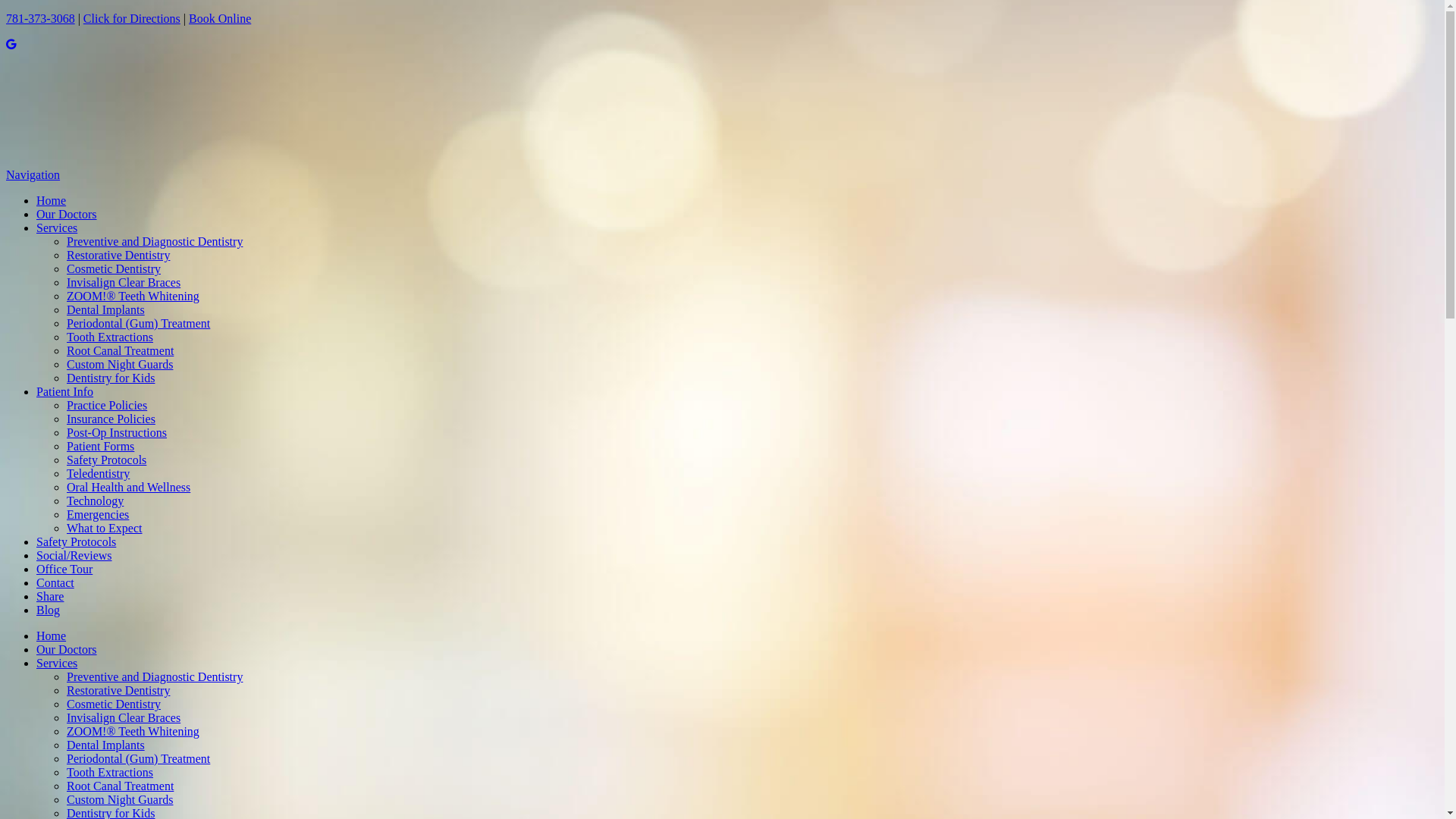 This screenshot has width=1456, height=819. I want to click on 'Technology', so click(94, 500).